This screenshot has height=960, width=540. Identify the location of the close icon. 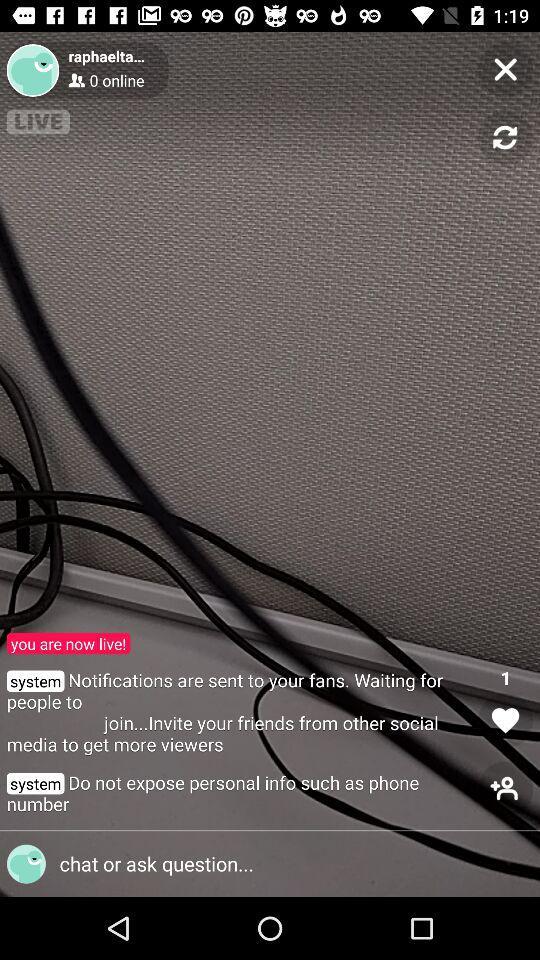
(504, 69).